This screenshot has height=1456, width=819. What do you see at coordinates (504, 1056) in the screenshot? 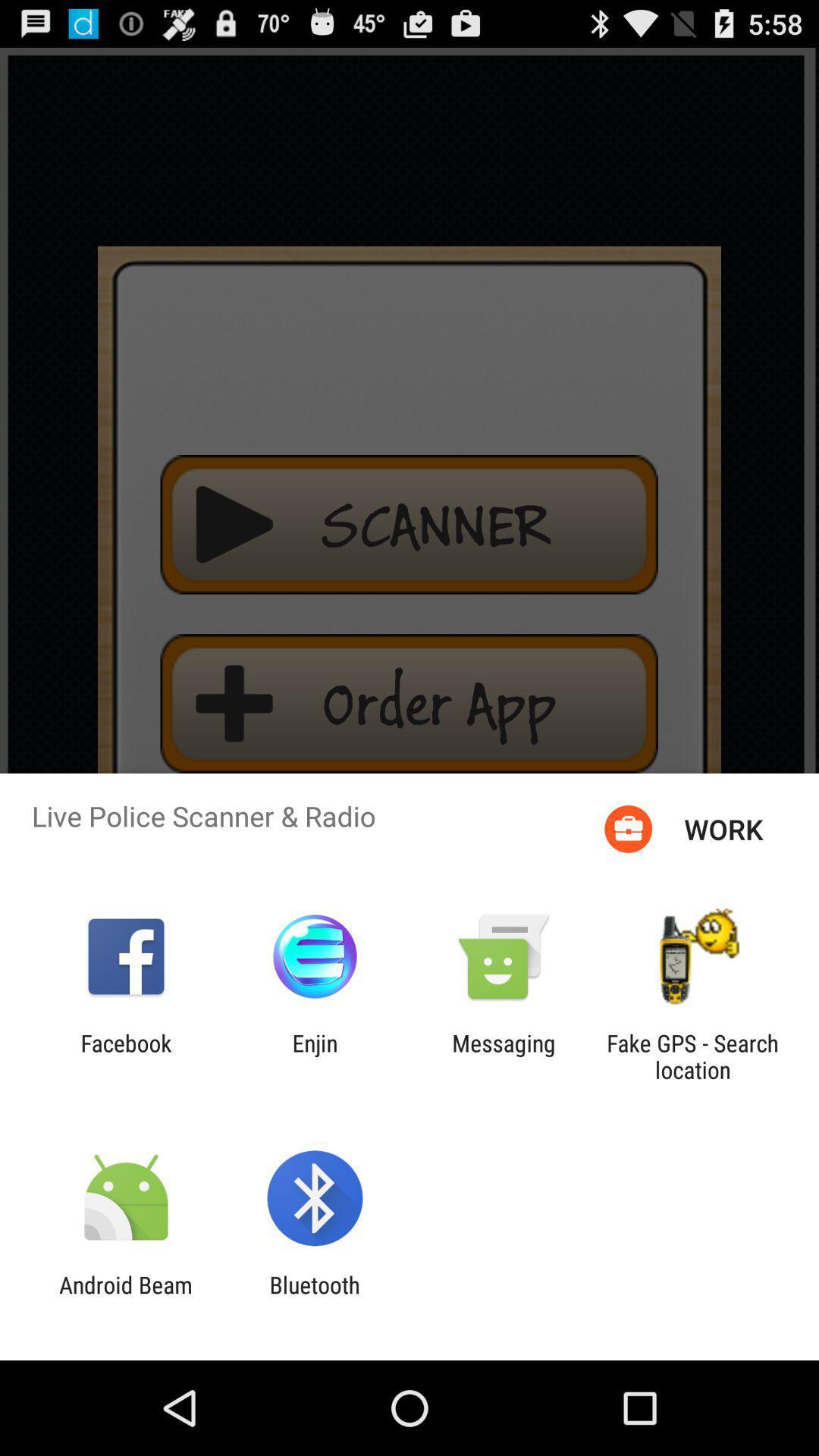
I see `the app to the right of the enjin` at bounding box center [504, 1056].